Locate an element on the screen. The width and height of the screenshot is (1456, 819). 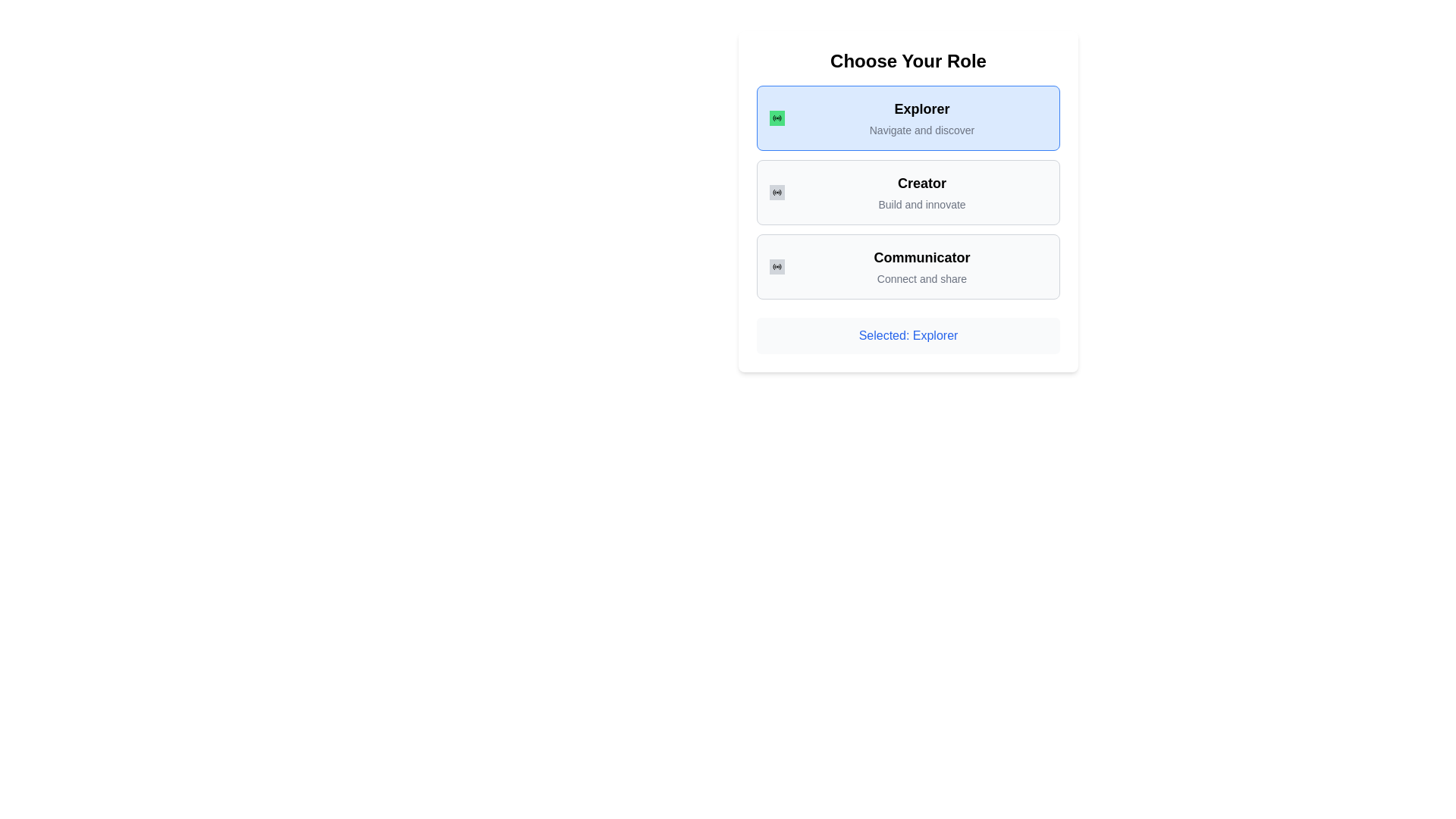
the bold text label displaying 'Communicator', which is positioned above the 'Connect and share' label and is centrally located within a group of selectable roles is located at coordinates (921, 256).